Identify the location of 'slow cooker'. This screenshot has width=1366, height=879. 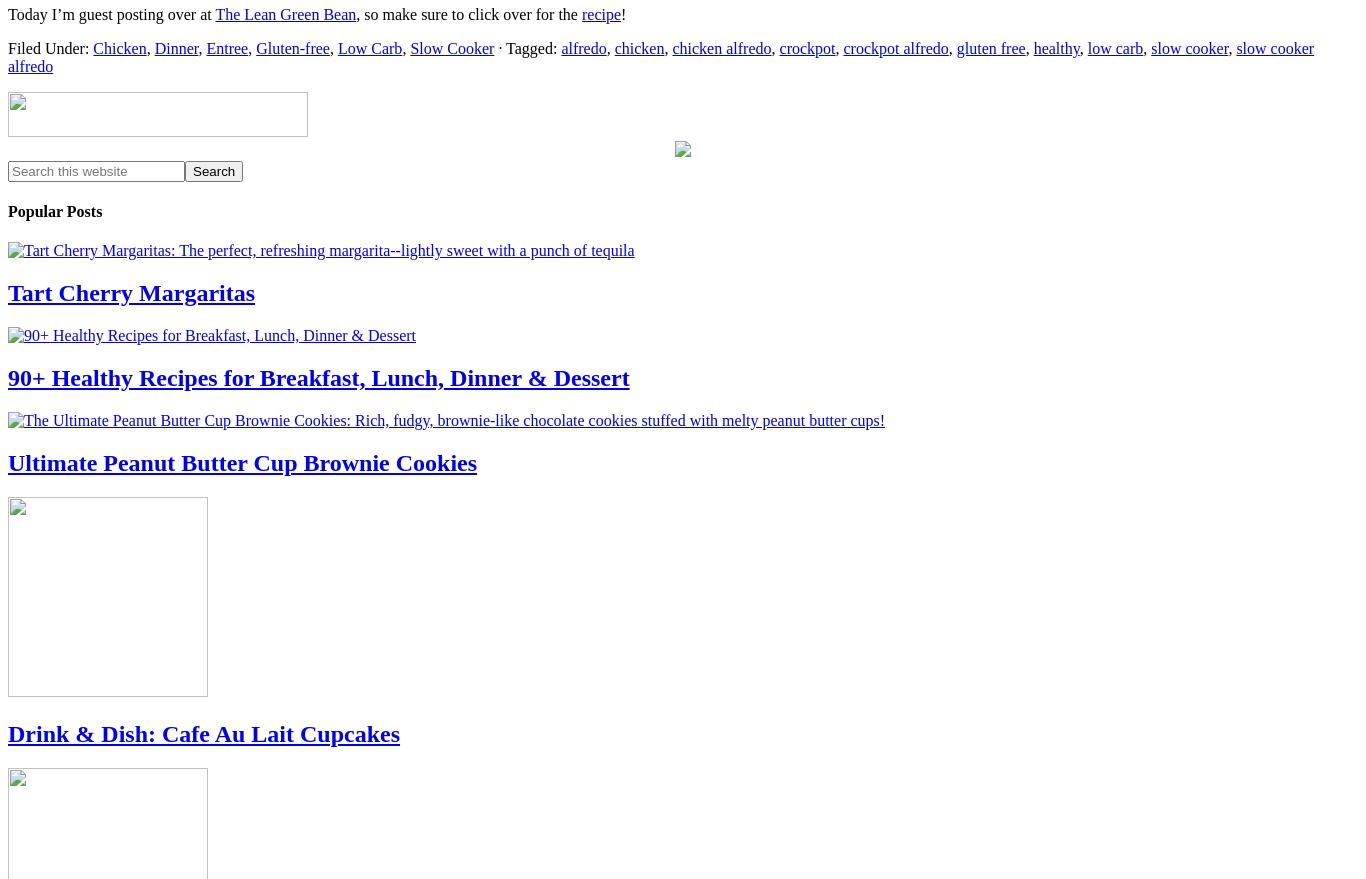
(1189, 47).